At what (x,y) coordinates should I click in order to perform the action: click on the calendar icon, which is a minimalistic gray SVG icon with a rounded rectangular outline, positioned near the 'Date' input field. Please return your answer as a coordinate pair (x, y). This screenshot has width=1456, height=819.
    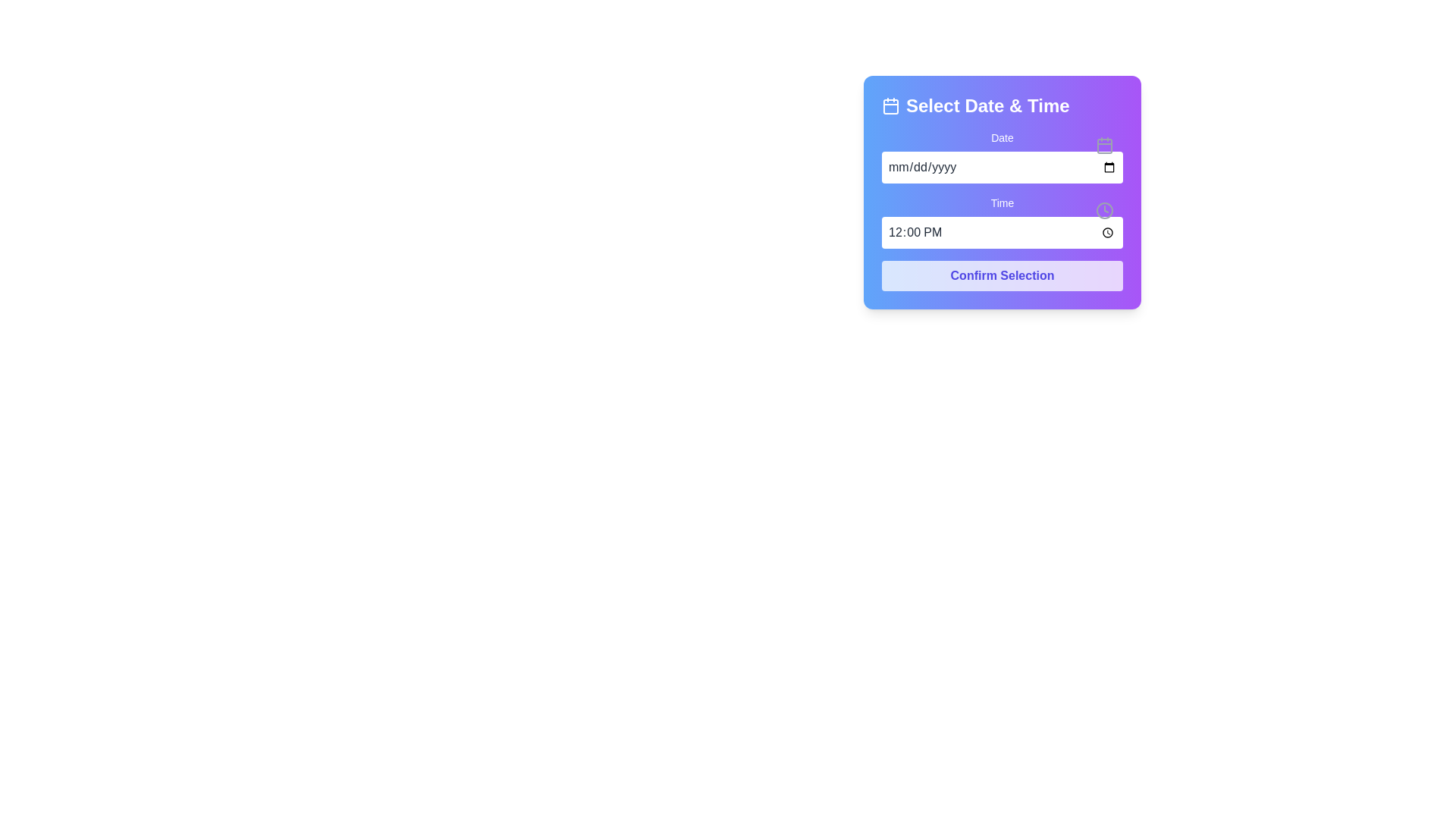
    Looking at the image, I should click on (1105, 146).